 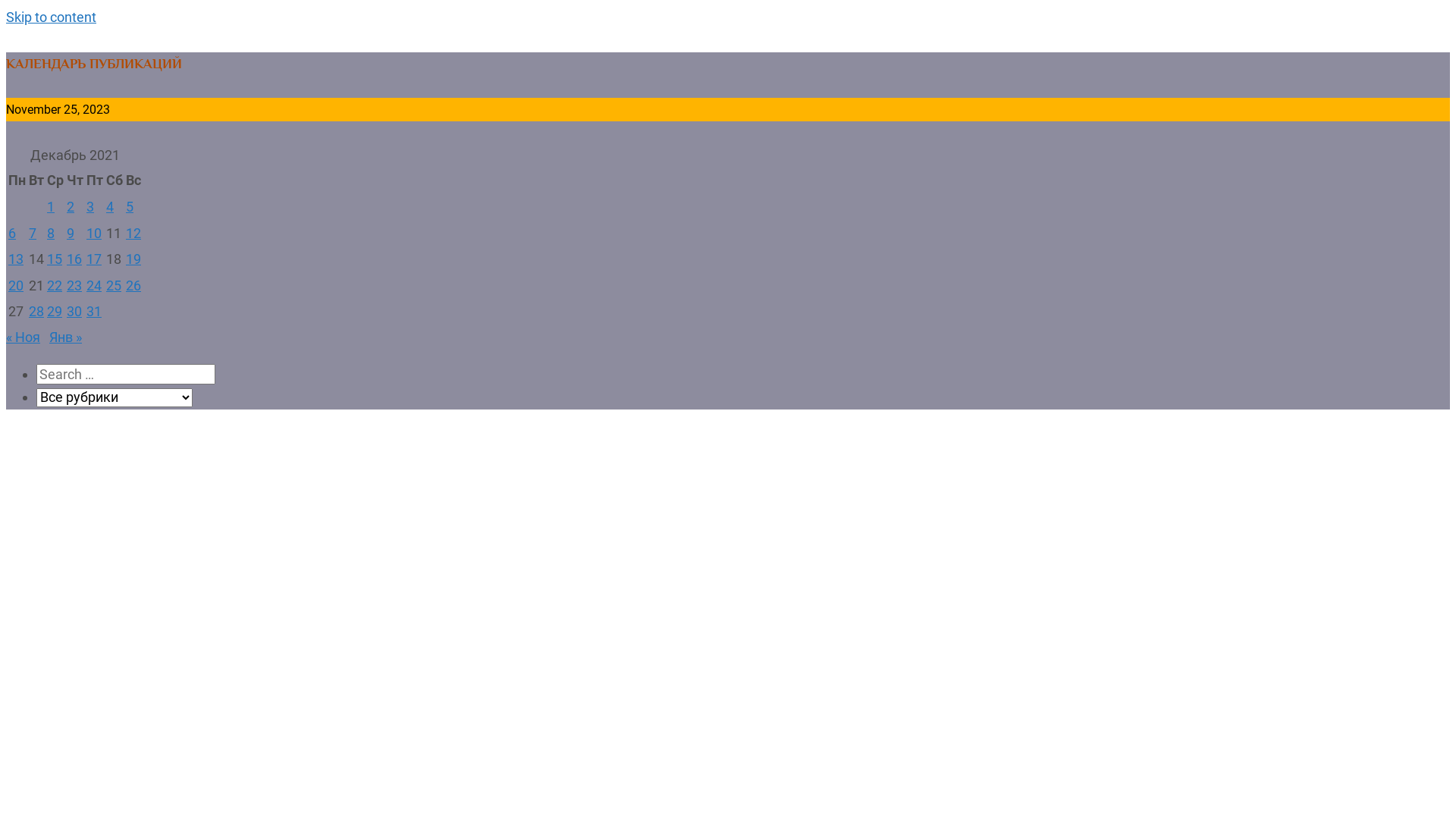 What do you see at coordinates (15, 258) in the screenshot?
I see `'13'` at bounding box center [15, 258].